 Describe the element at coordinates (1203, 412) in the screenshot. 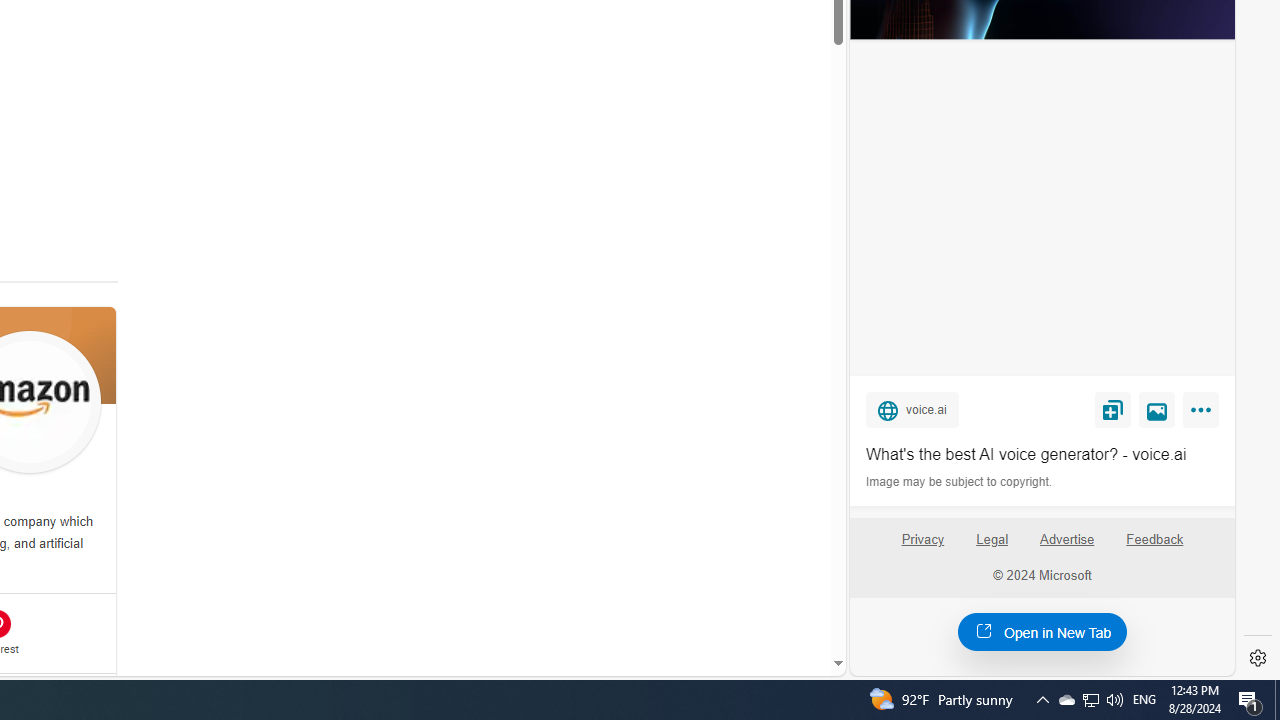

I see `'More'` at that location.